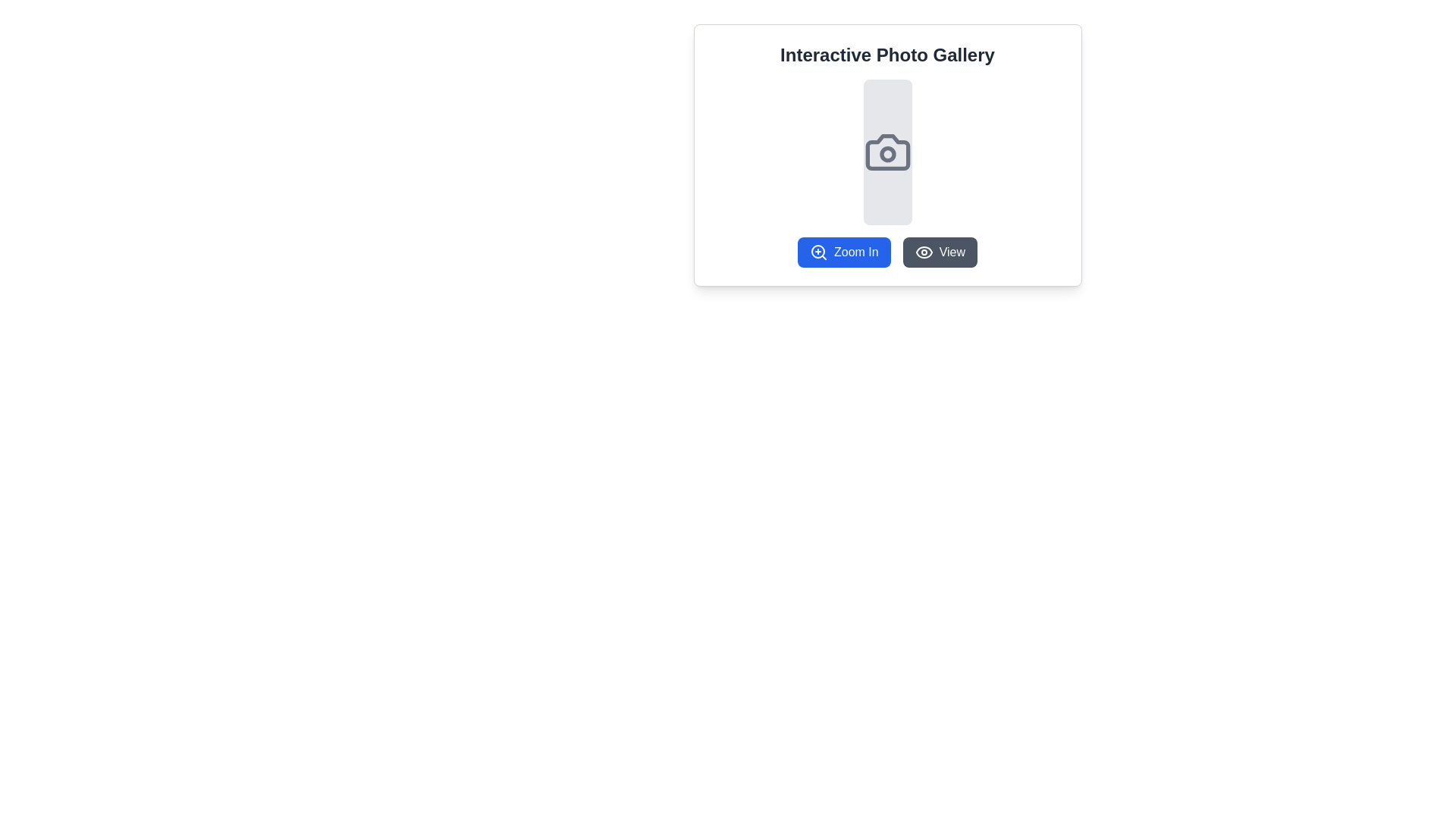  Describe the element at coordinates (939, 251) in the screenshot. I see `the 'View' button, which has a dark gray background, rounded edges, white text, and an eye icon, located near the center bottom of the interface` at that location.